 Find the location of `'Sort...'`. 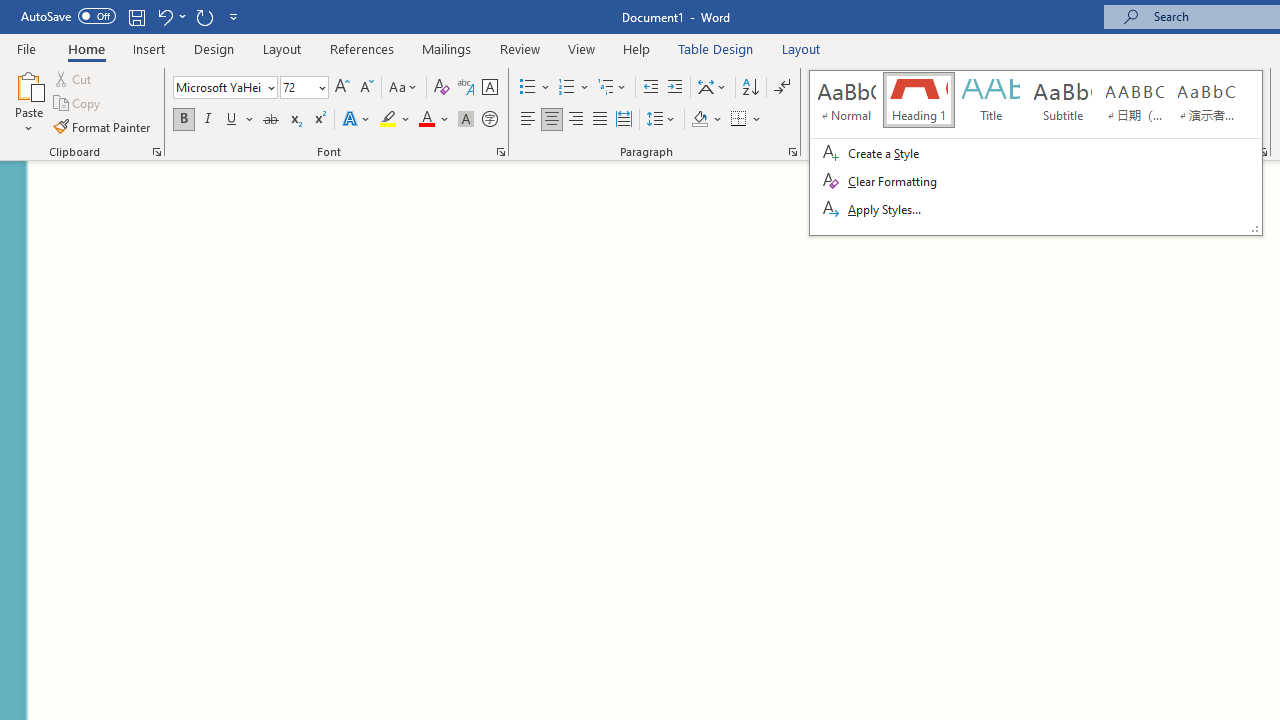

'Sort...' is located at coordinates (749, 86).